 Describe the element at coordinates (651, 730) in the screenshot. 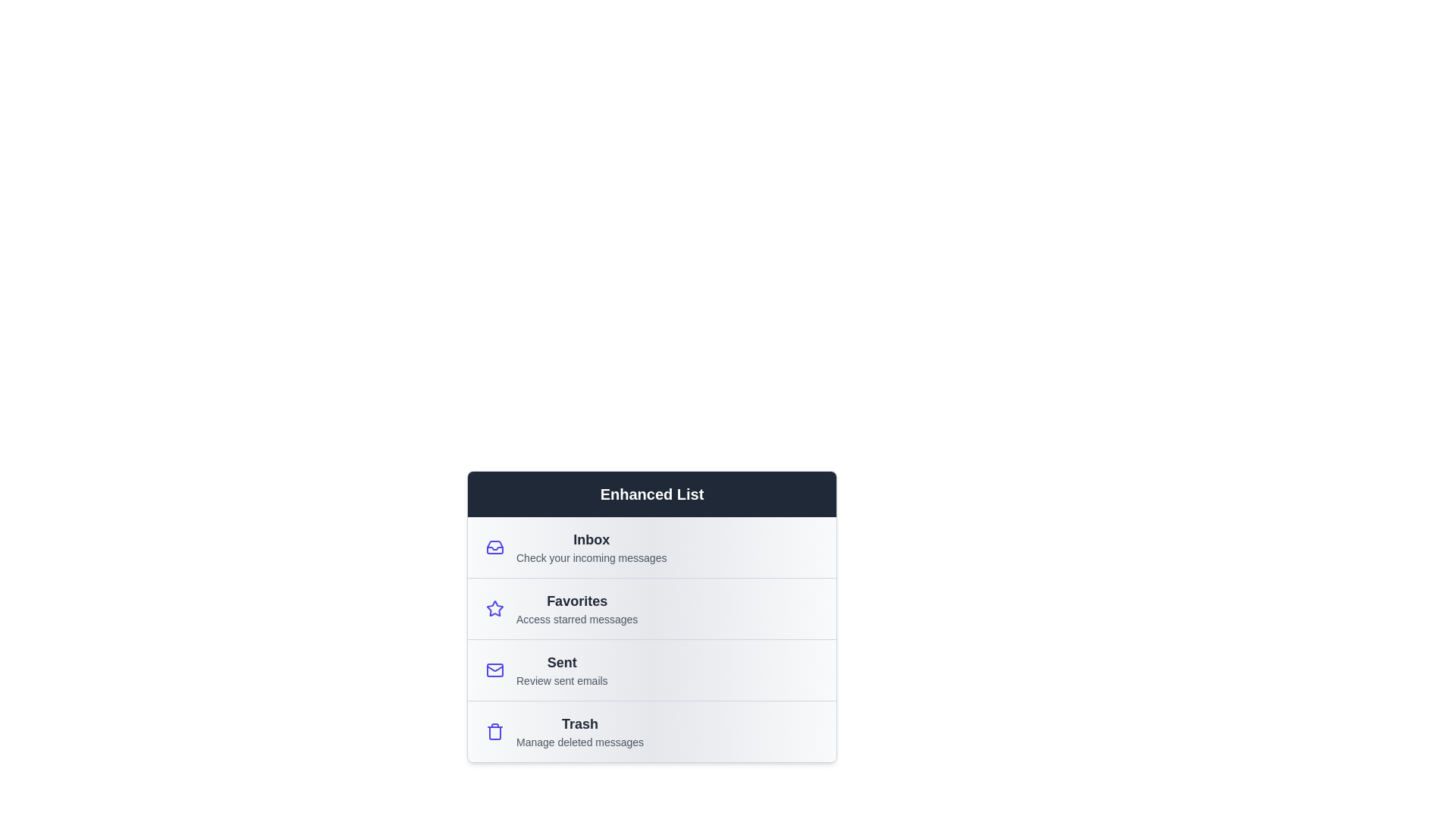

I see `the fourth menu item titled 'Trash' in the vertical list 'Enhanced List'` at that location.